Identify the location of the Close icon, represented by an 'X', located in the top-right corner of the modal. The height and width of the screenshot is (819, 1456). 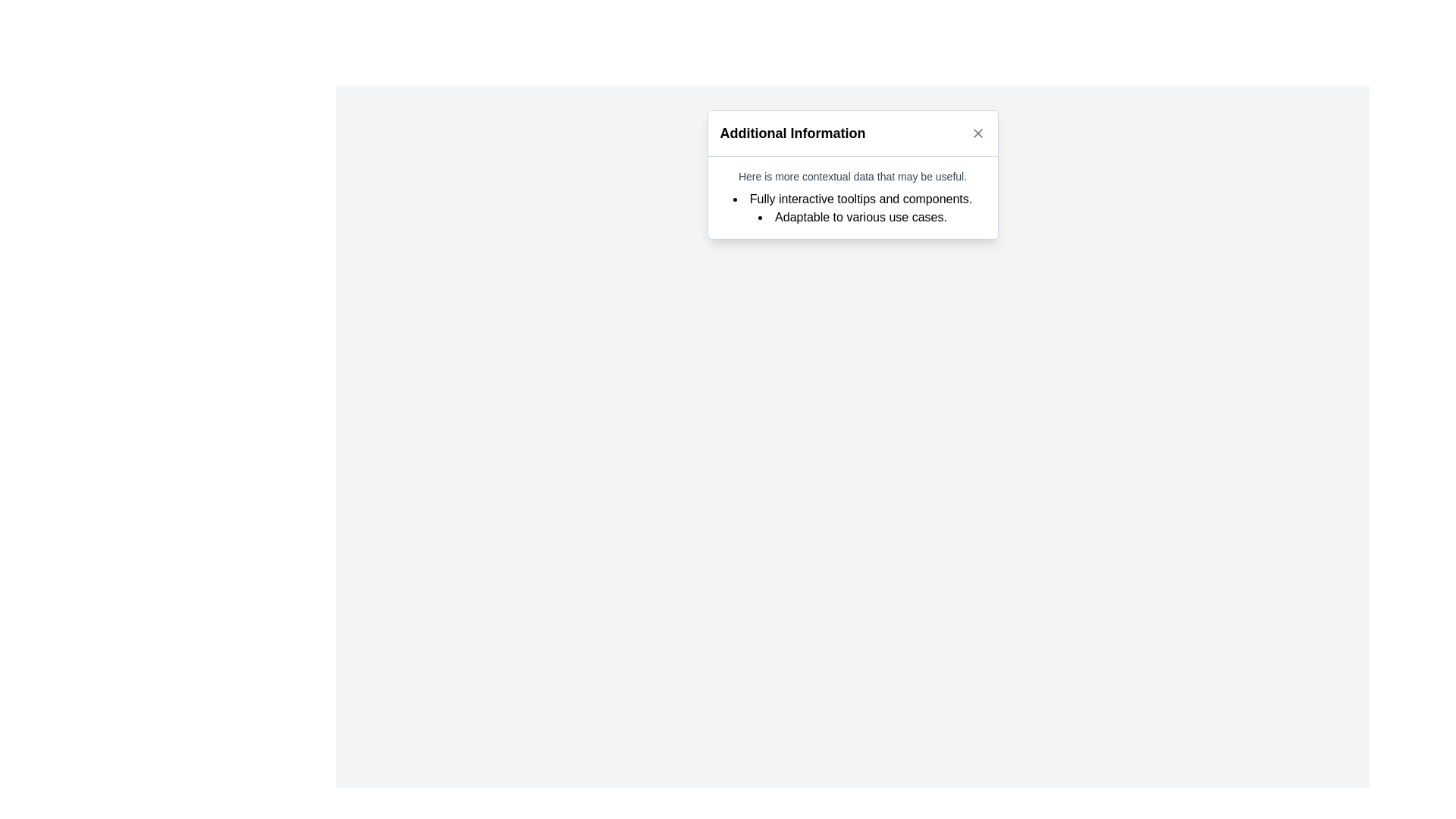
(977, 133).